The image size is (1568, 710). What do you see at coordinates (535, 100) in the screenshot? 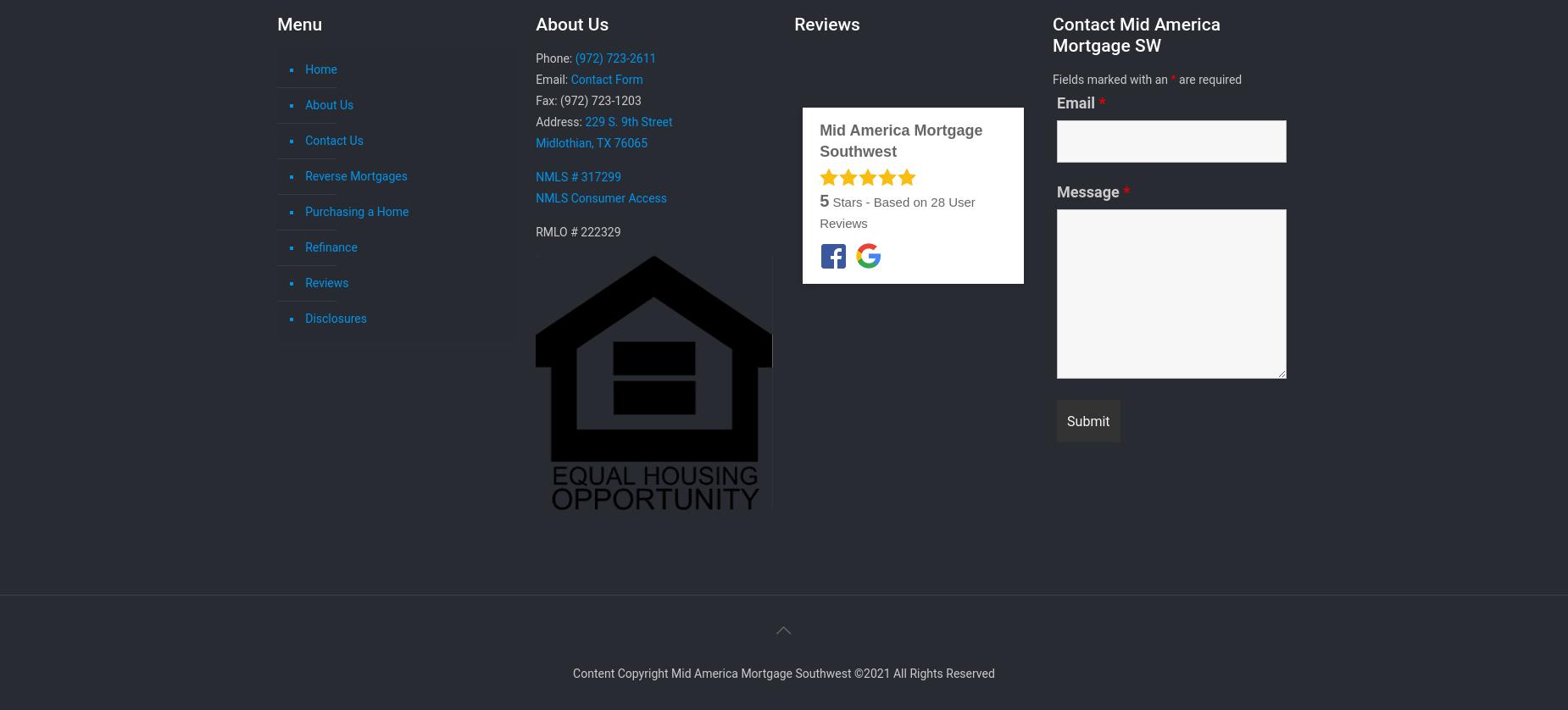
I see `'Fax: (972) 723-1203'` at bounding box center [535, 100].